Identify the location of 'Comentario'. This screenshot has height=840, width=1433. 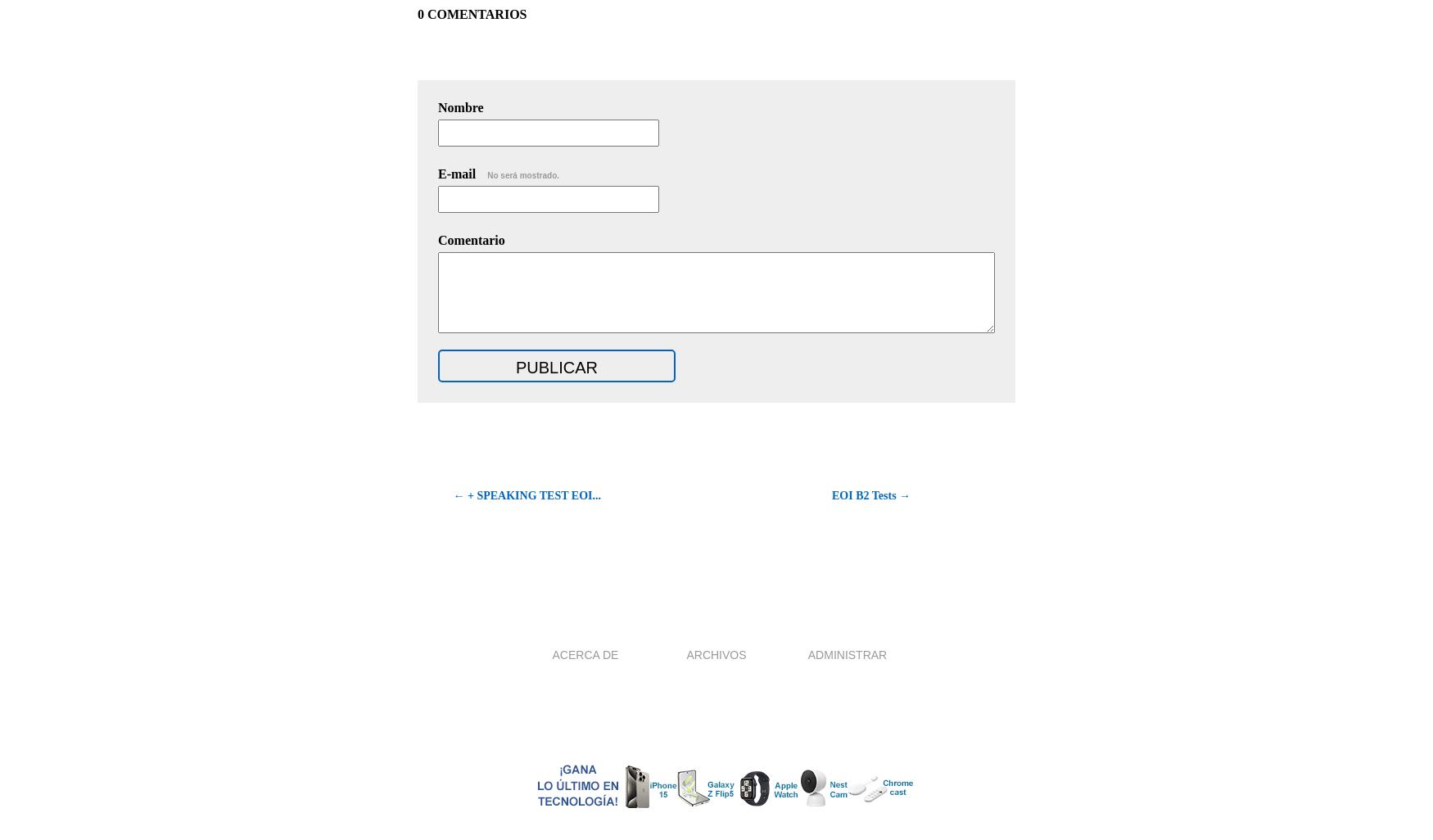
(471, 239).